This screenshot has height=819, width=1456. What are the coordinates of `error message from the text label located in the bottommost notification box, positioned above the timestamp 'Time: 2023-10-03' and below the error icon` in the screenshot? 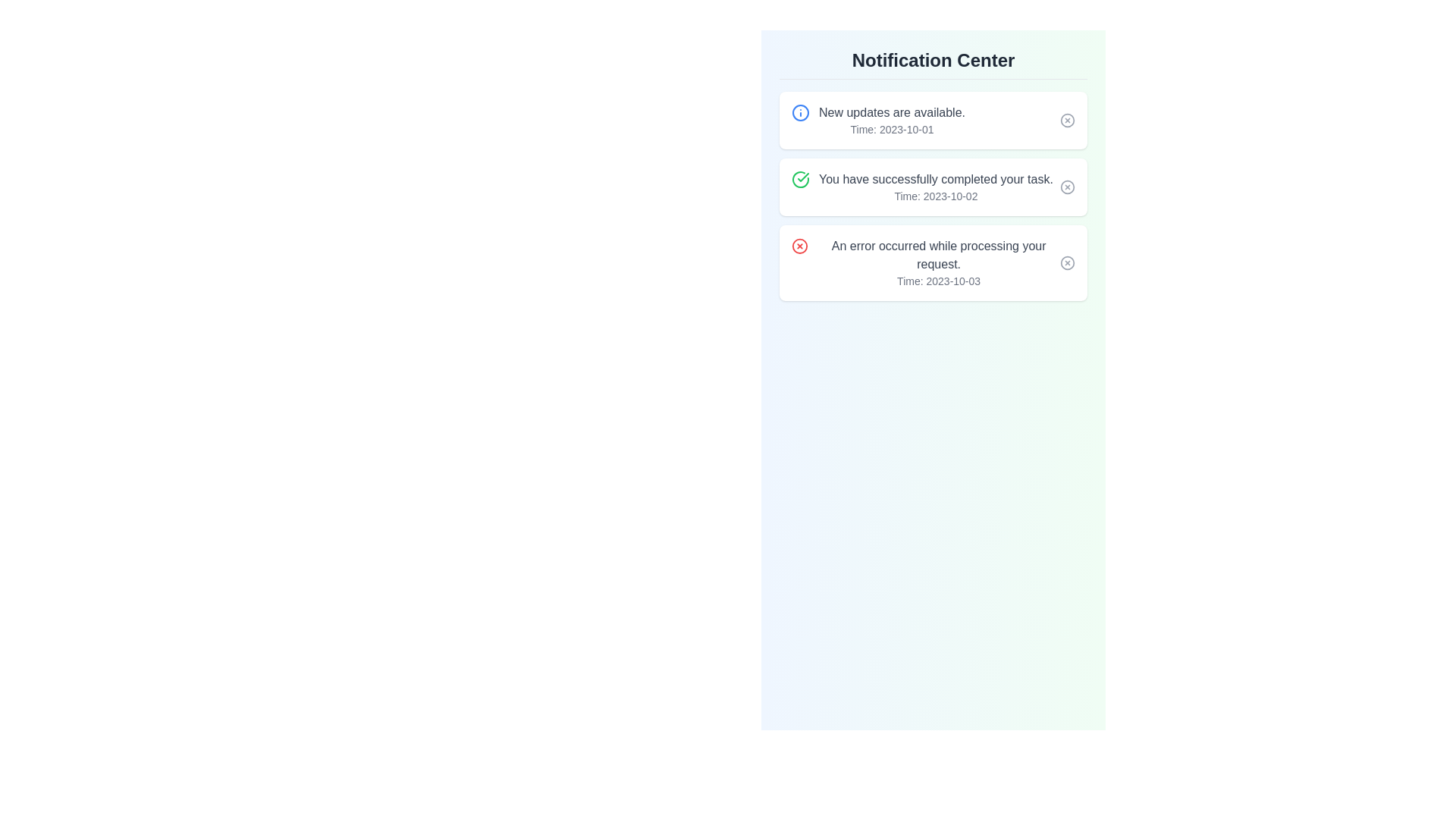 It's located at (938, 254).